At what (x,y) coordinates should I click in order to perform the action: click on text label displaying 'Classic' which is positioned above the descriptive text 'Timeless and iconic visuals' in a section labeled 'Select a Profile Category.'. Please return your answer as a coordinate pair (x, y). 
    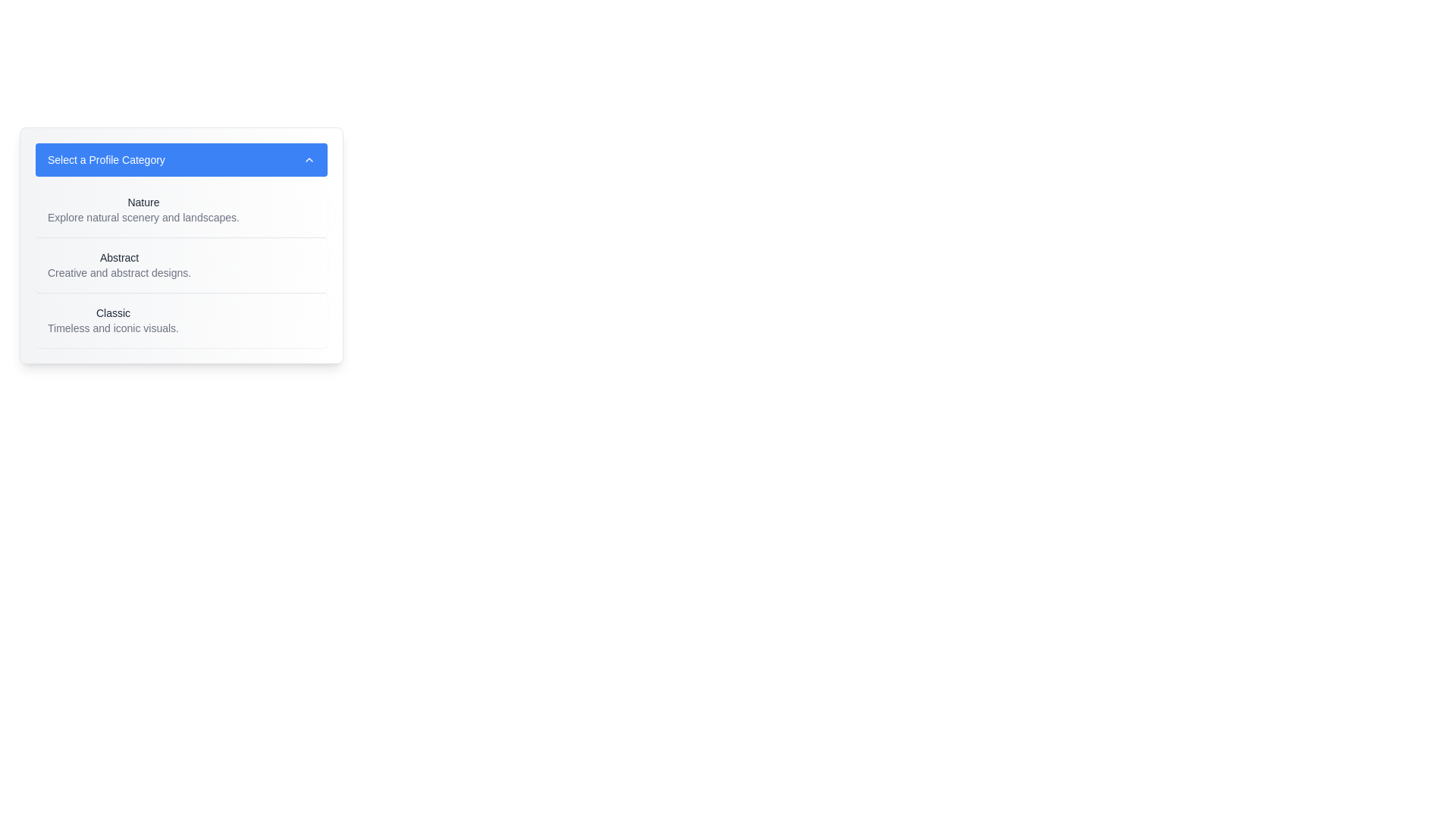
    Looking at the image, I should click on (112, 312).